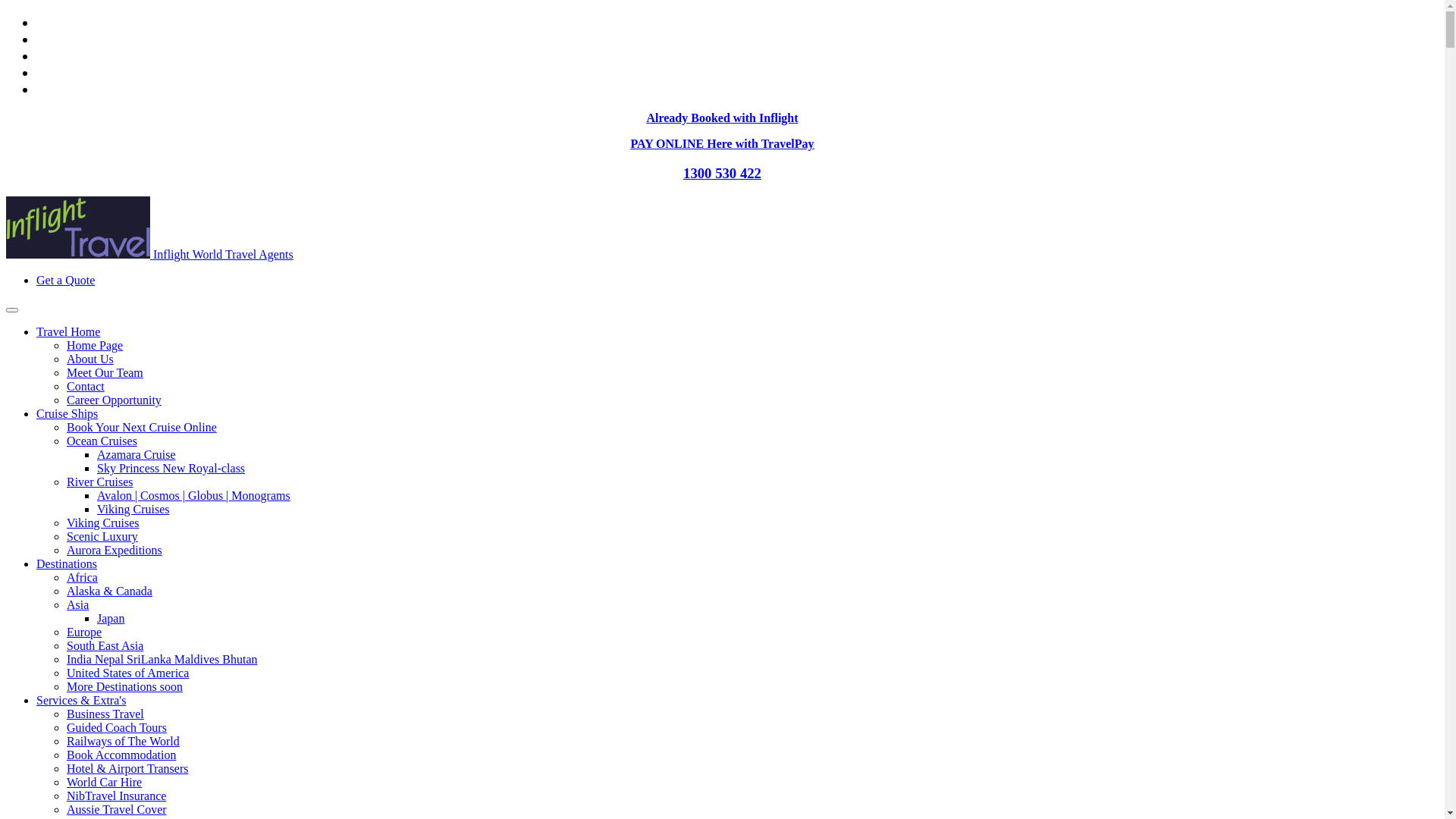 The image size is (1456, 819). I want to click on 'South East Asia', so click(65, 645).